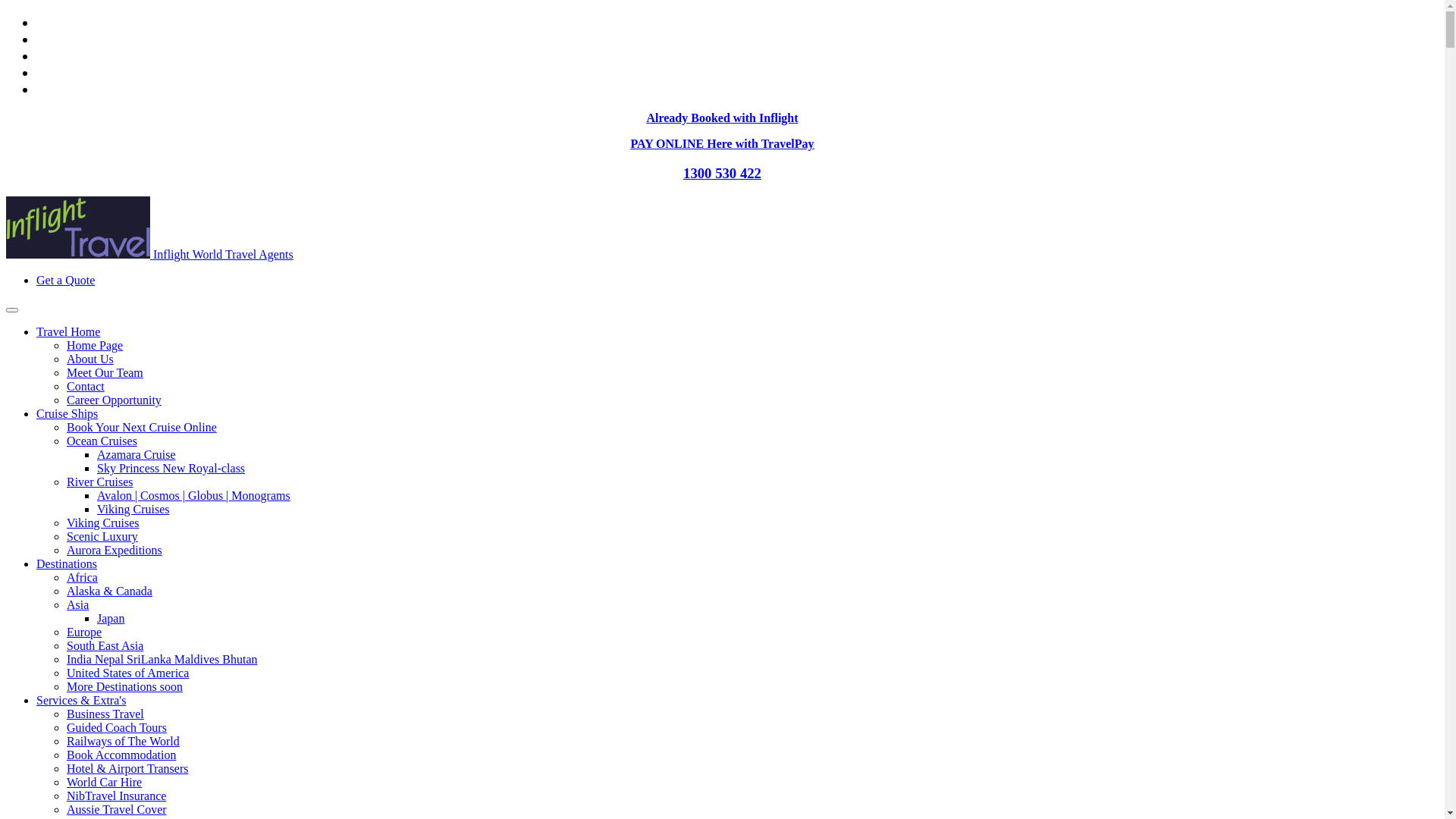 The image size is (1456, 819). I want to click on 'South East Asia', so click(65, 645).